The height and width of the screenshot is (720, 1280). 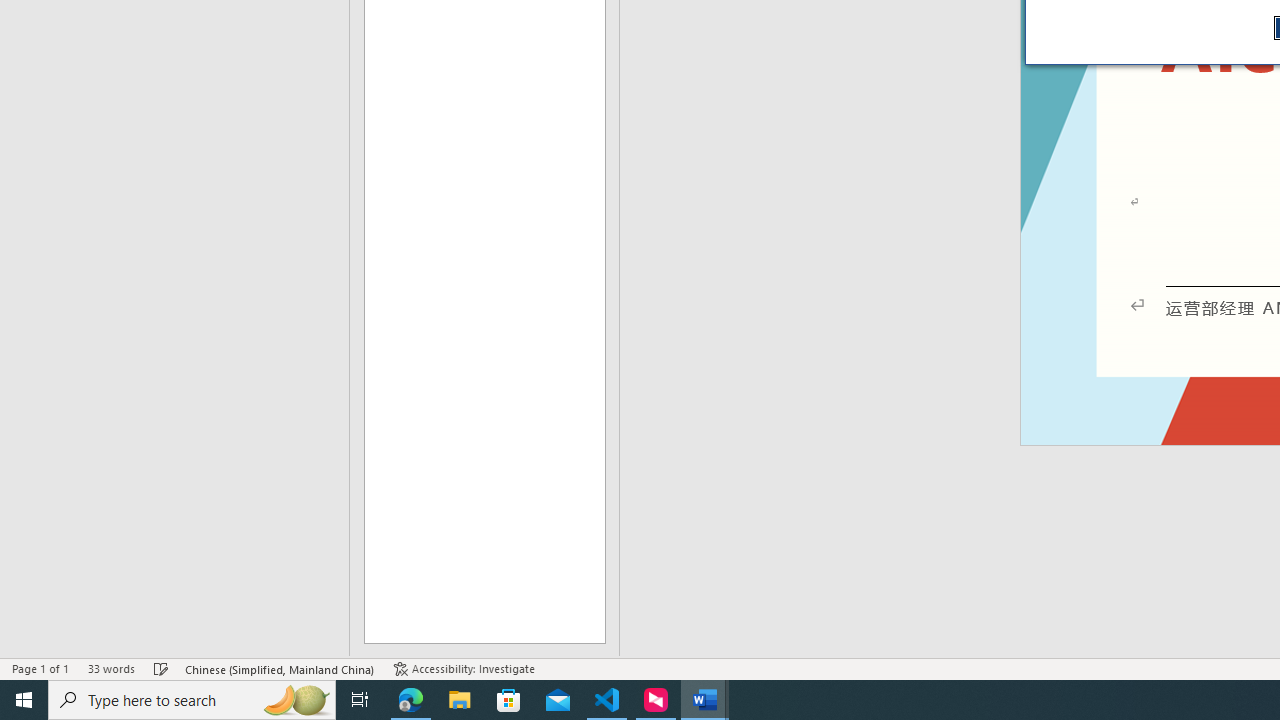 I want to click on 'File Explorer', so click(x=459, y=698).